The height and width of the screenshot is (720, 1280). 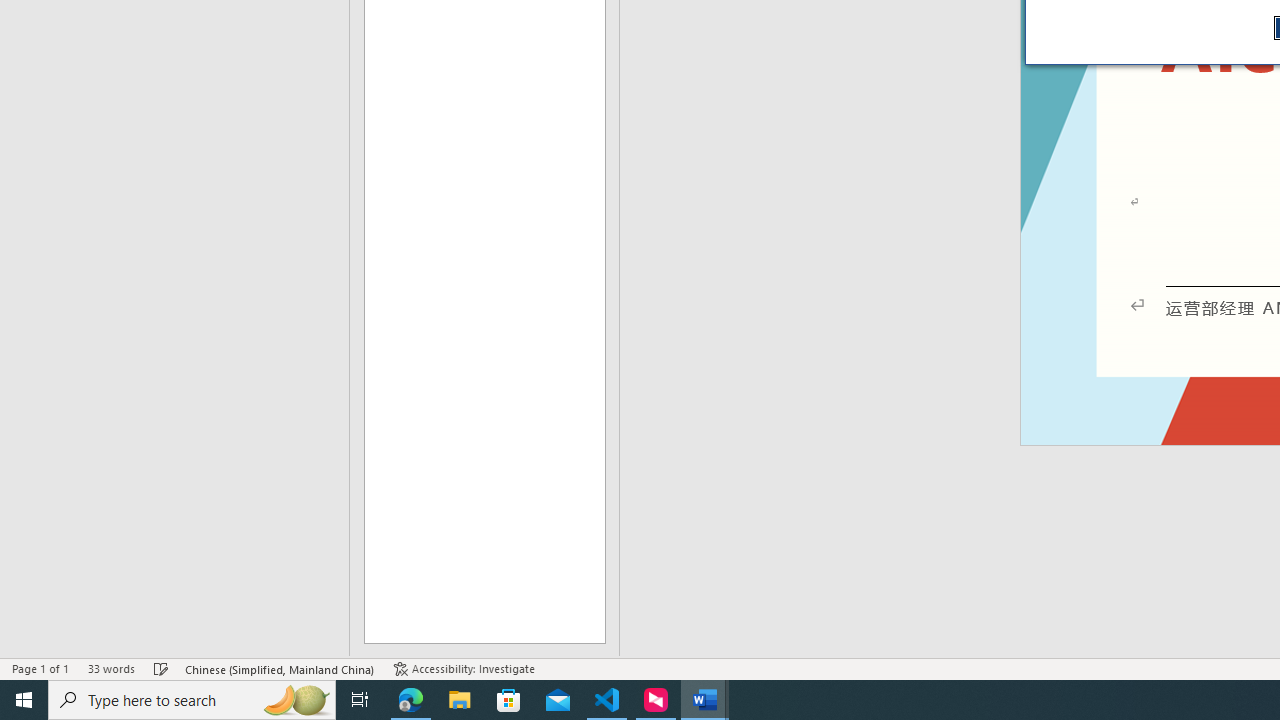 I want to click on 'File Explorer', so click(x=459, y=698).